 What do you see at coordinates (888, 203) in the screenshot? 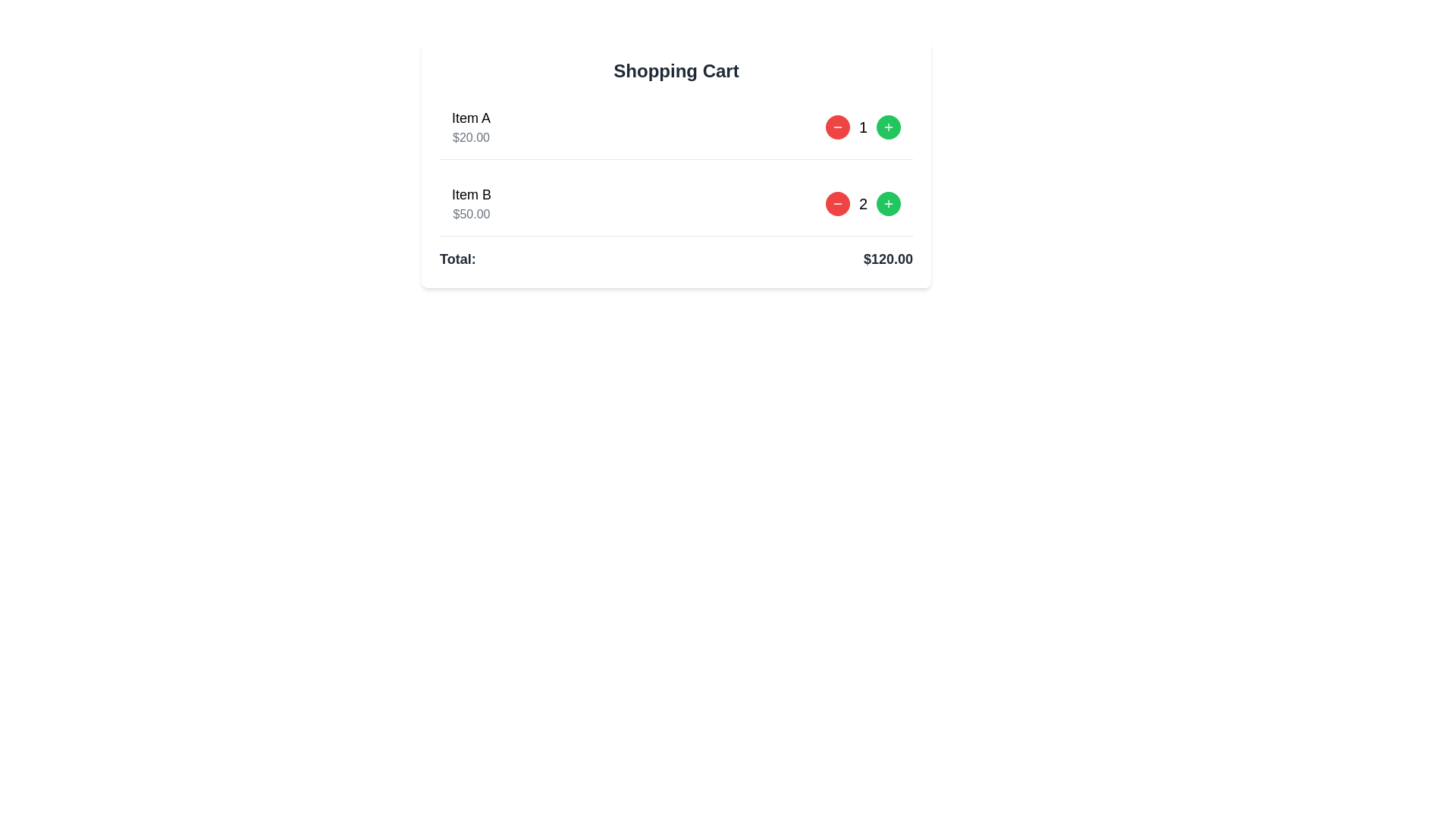
I see `the button located to the right of the number 2 associated with 'Item B' in the shopping cart layout to increase the quantity` at bounding box center [888, 203].